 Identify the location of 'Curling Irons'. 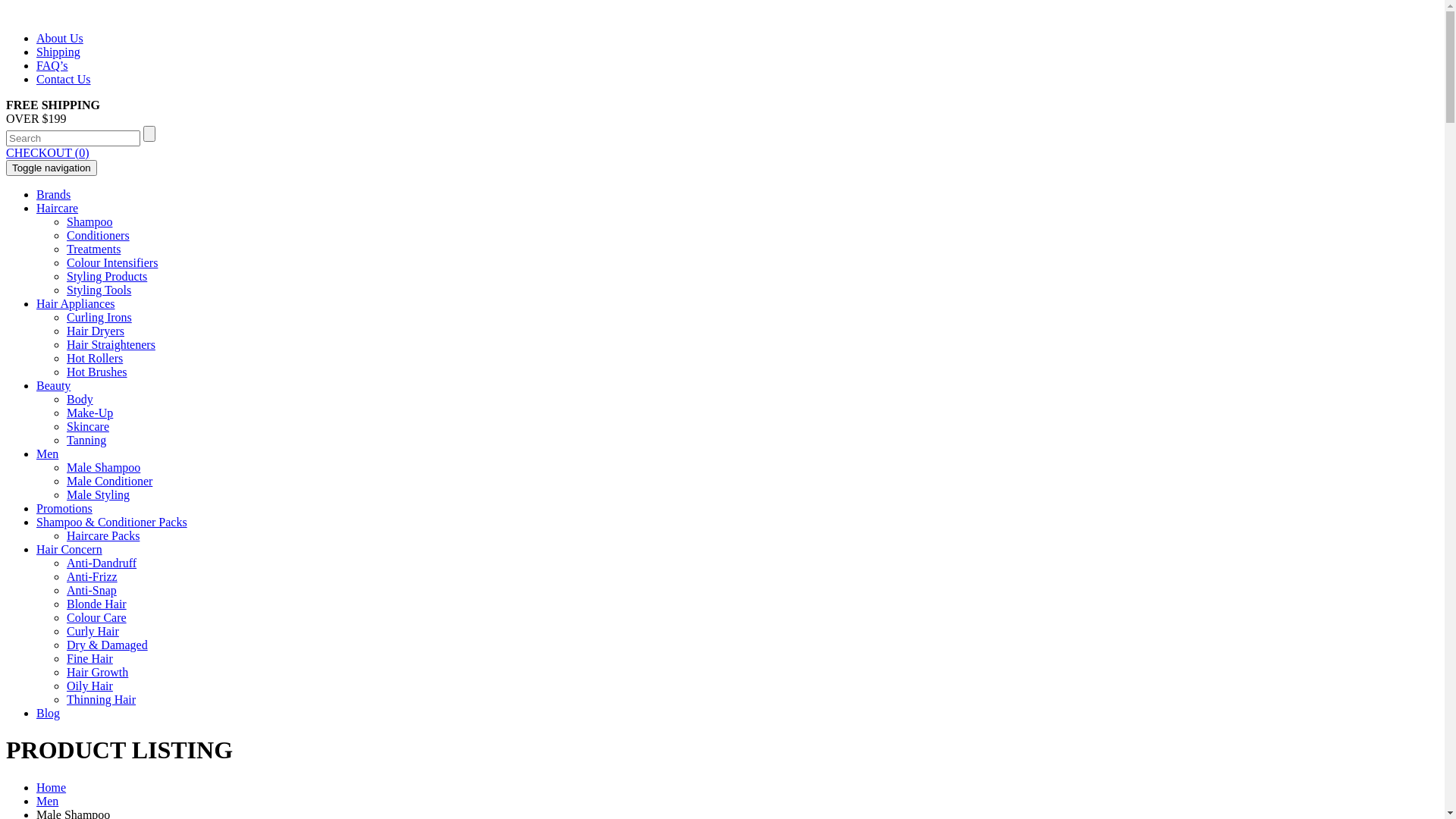
(98, 316).